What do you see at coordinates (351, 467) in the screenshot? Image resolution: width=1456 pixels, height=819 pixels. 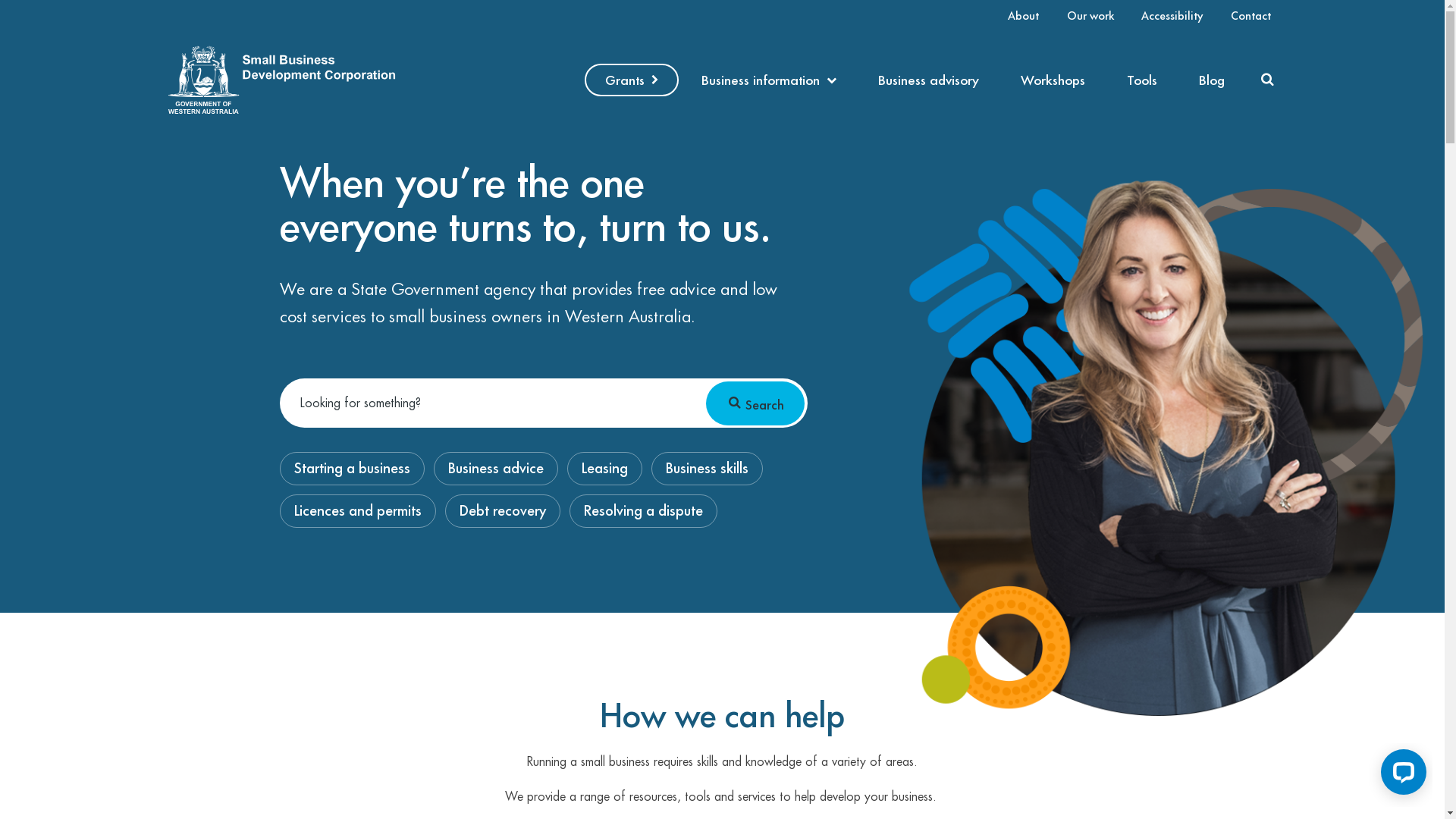 I see `'Starting a business'` at bounding box center [351, 467].